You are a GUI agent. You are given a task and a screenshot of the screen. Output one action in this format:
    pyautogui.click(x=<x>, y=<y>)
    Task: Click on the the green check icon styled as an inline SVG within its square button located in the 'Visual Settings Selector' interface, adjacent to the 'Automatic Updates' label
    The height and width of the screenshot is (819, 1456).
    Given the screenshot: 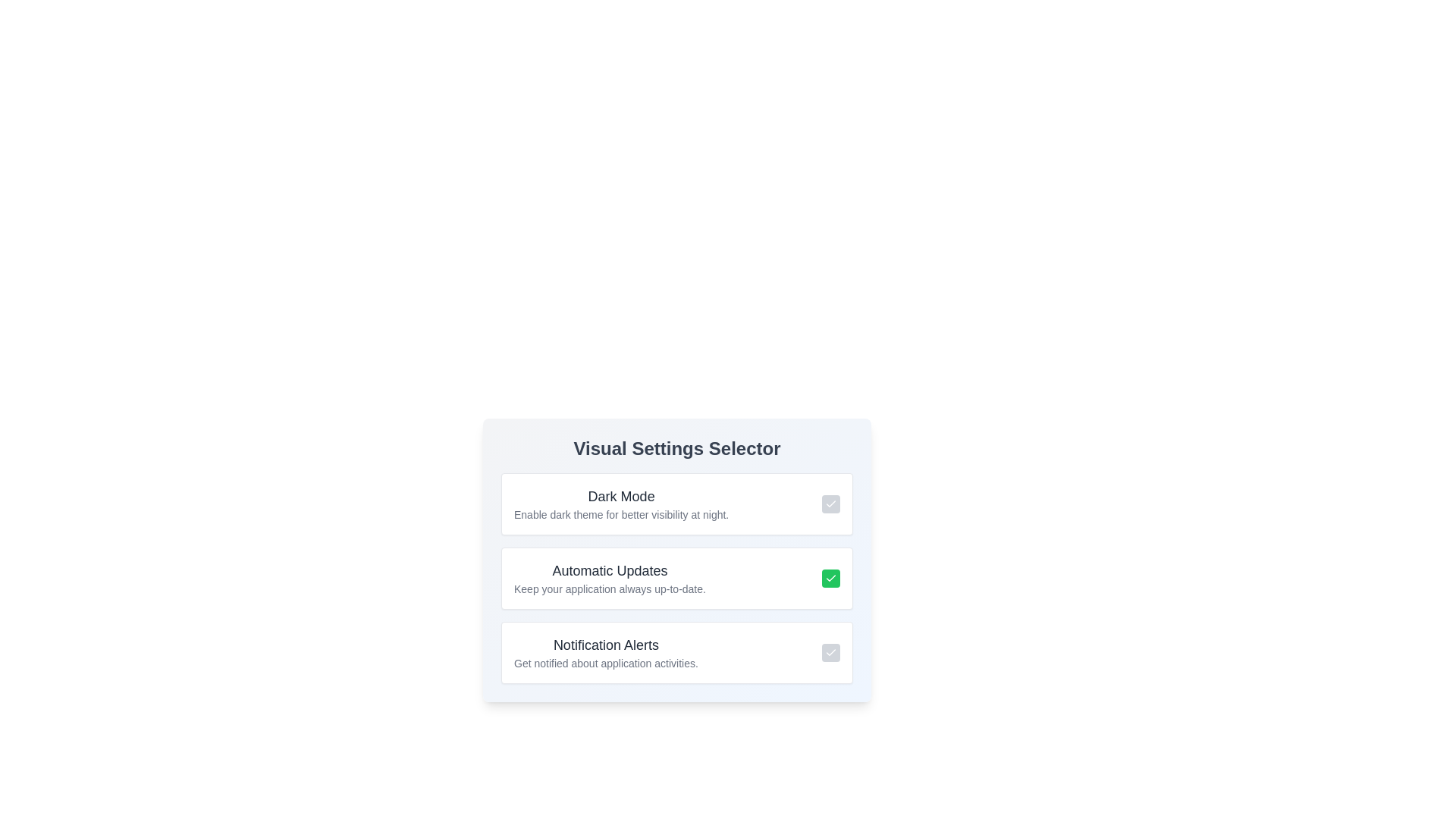 What is the action you would take?
    pyautogui.click(x=830, y=579)
    